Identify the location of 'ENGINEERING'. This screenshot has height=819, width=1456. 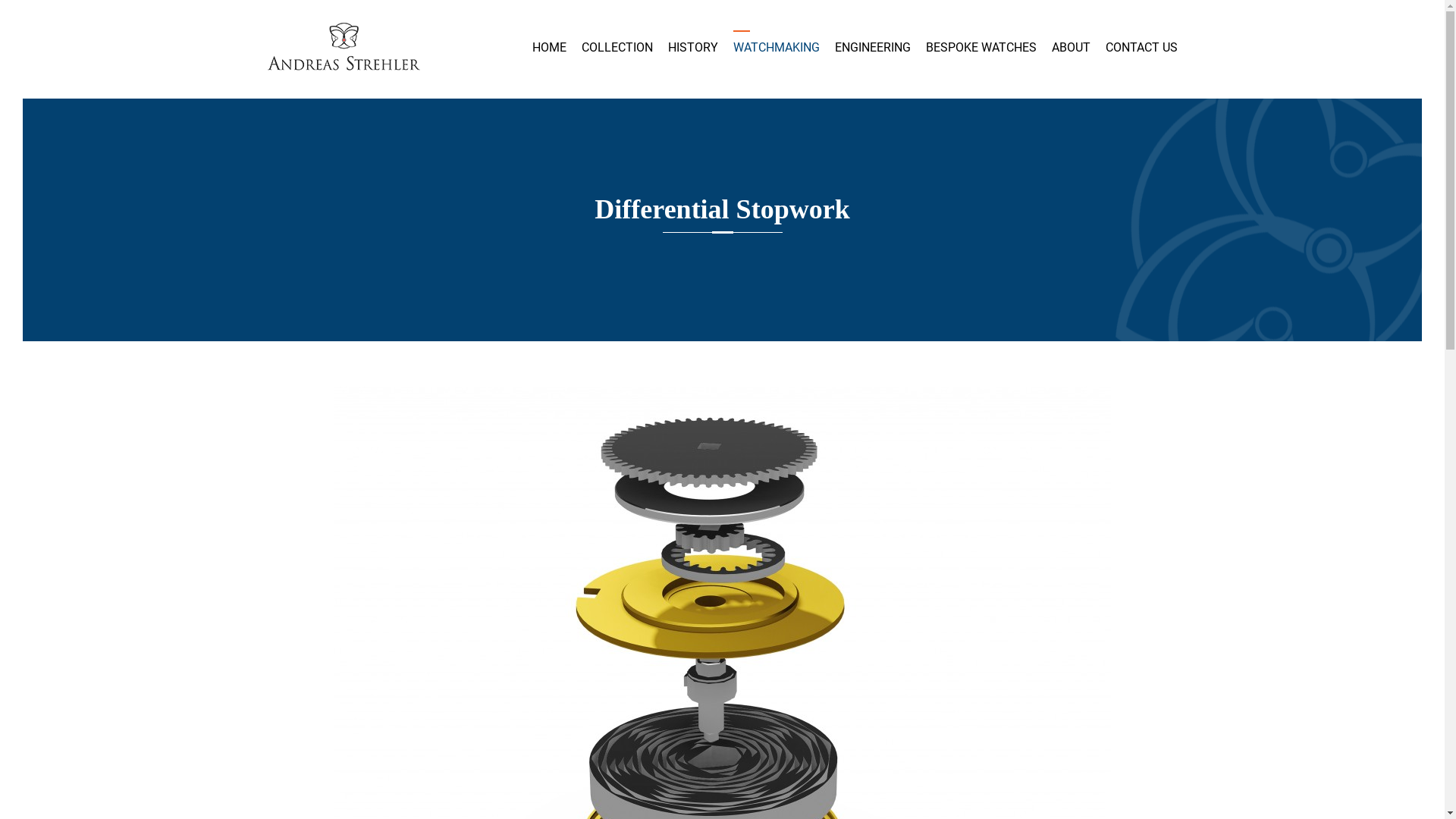
(833, 46).